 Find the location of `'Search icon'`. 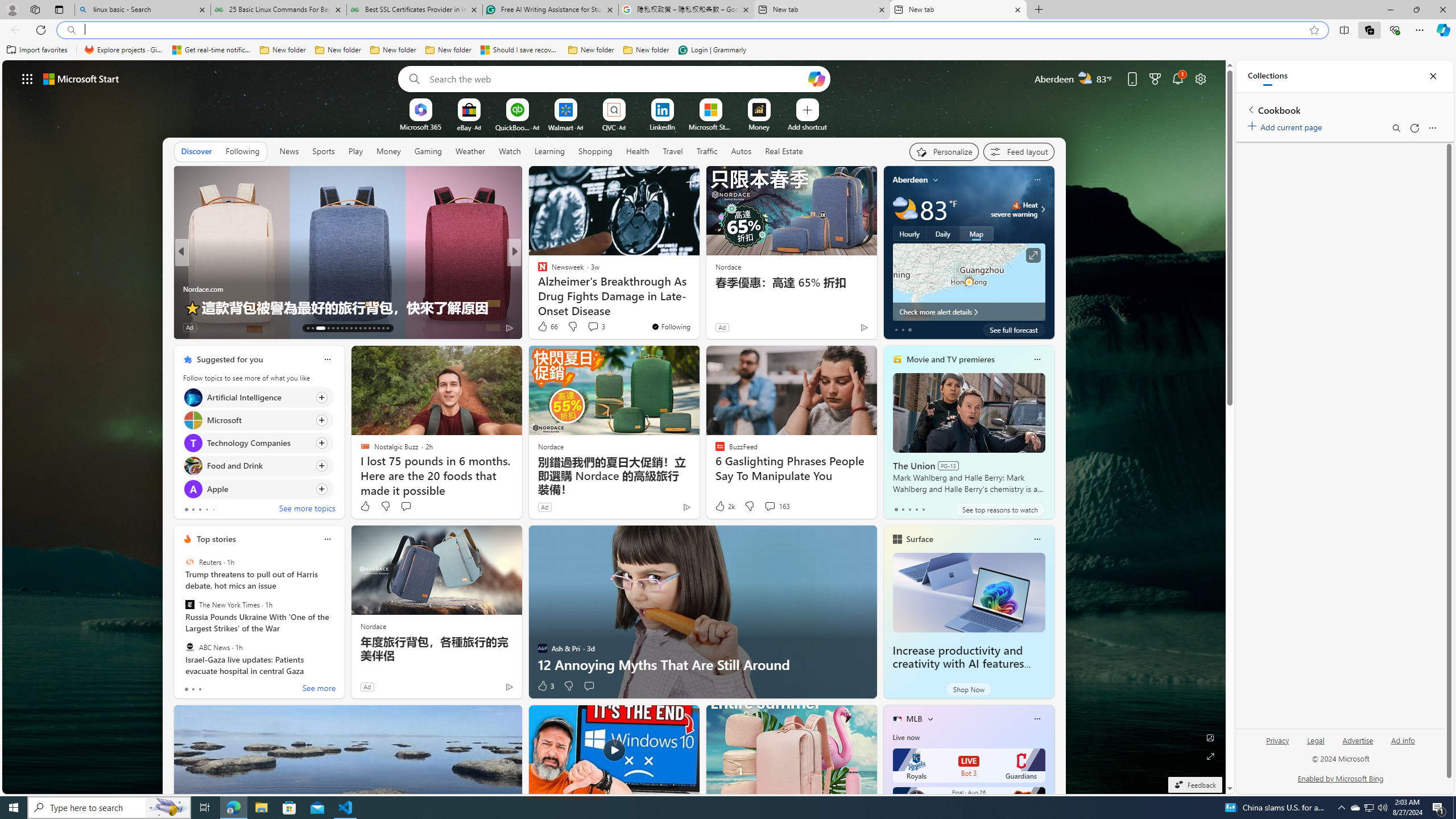

'Search icon' is located at coordinates (71, 30).